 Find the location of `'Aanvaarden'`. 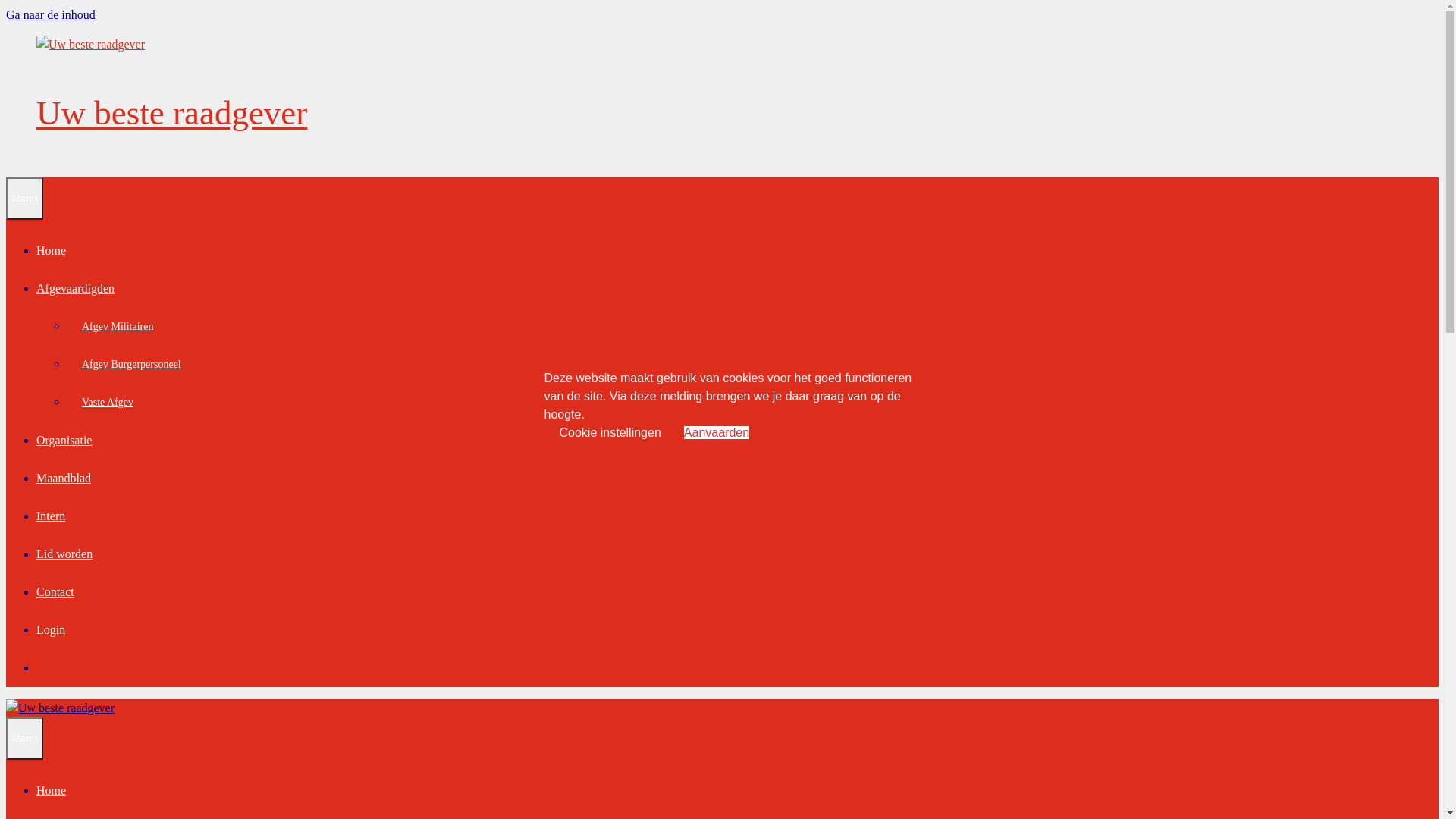

'Aanvaarden' is located at coordinates (716, 432).